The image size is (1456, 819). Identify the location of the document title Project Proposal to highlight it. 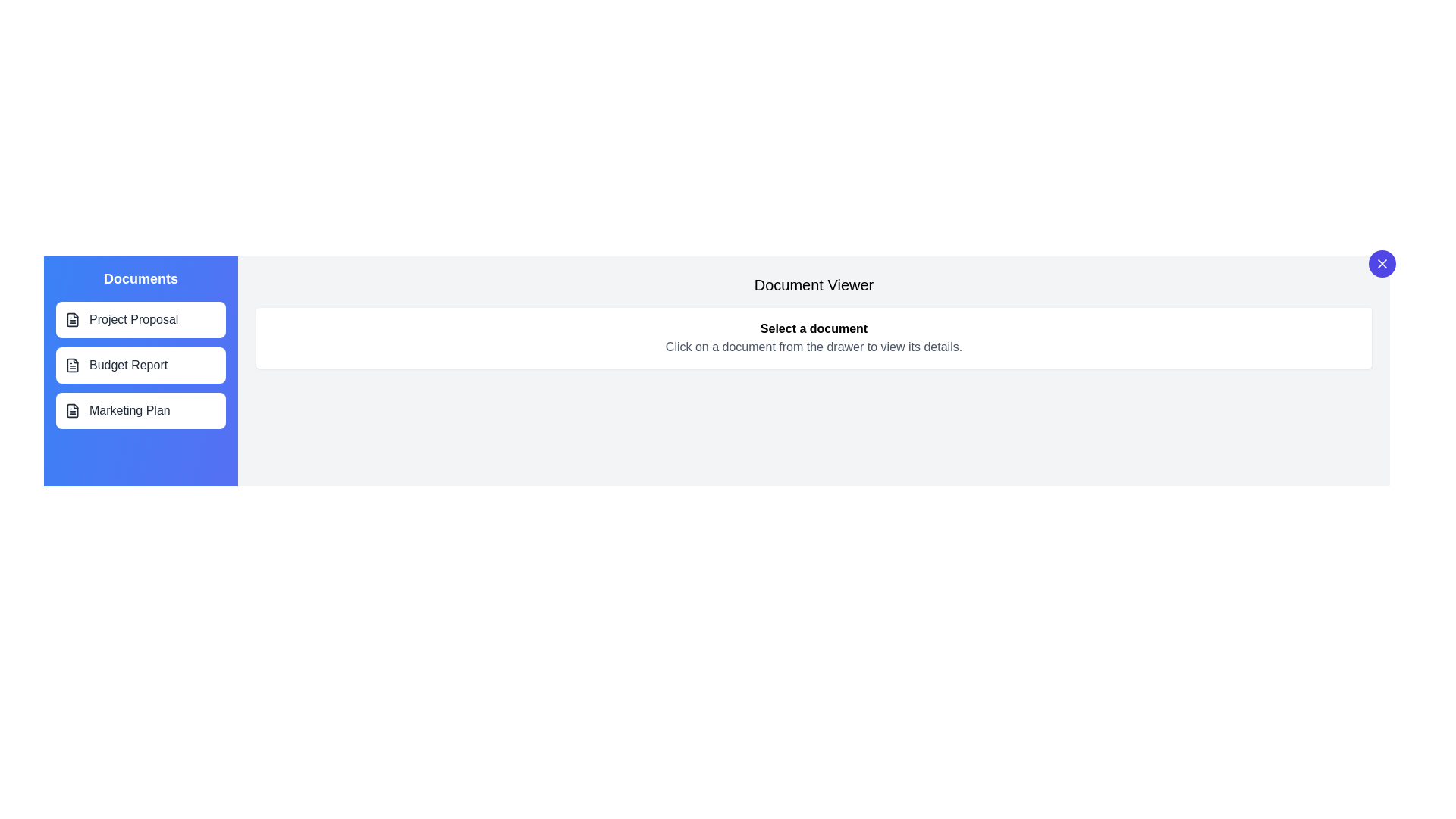
(141, 318).